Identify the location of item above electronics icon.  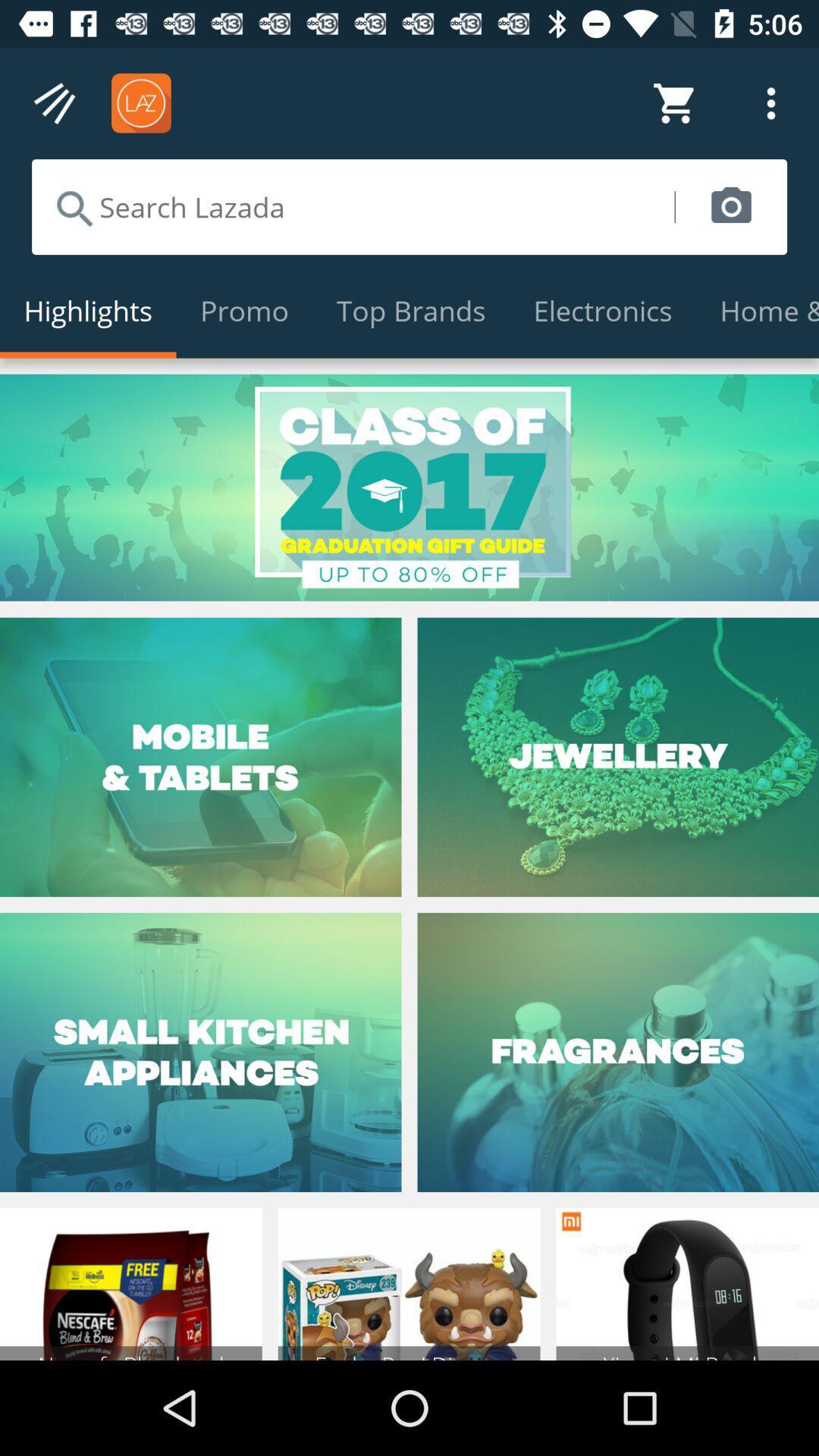
(730, 206).